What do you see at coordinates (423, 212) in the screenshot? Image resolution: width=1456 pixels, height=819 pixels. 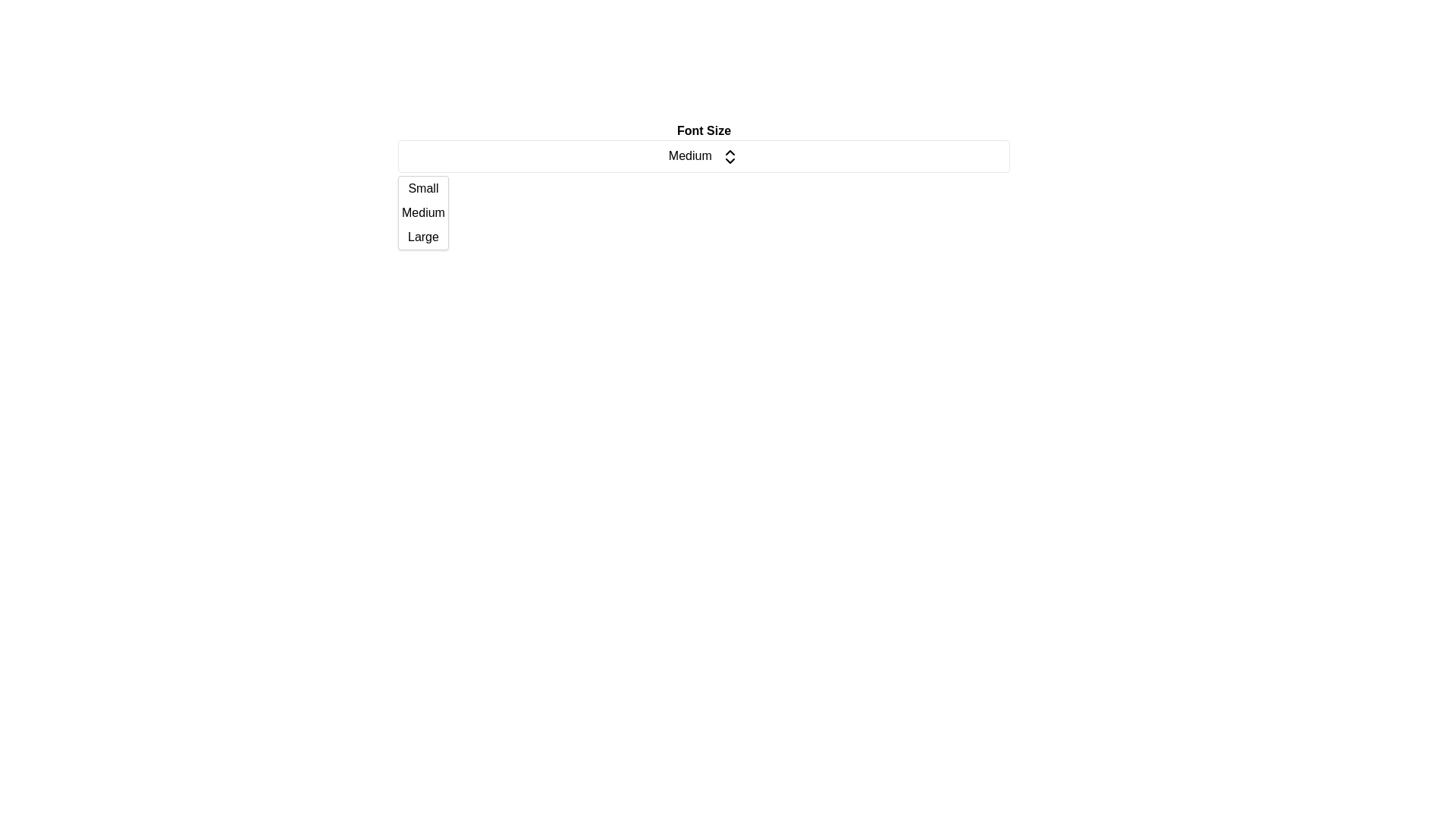 I see `the Dropdown menu containing options 'Small', 'Medium', and 'Large'` at bounding box center [423, 212].